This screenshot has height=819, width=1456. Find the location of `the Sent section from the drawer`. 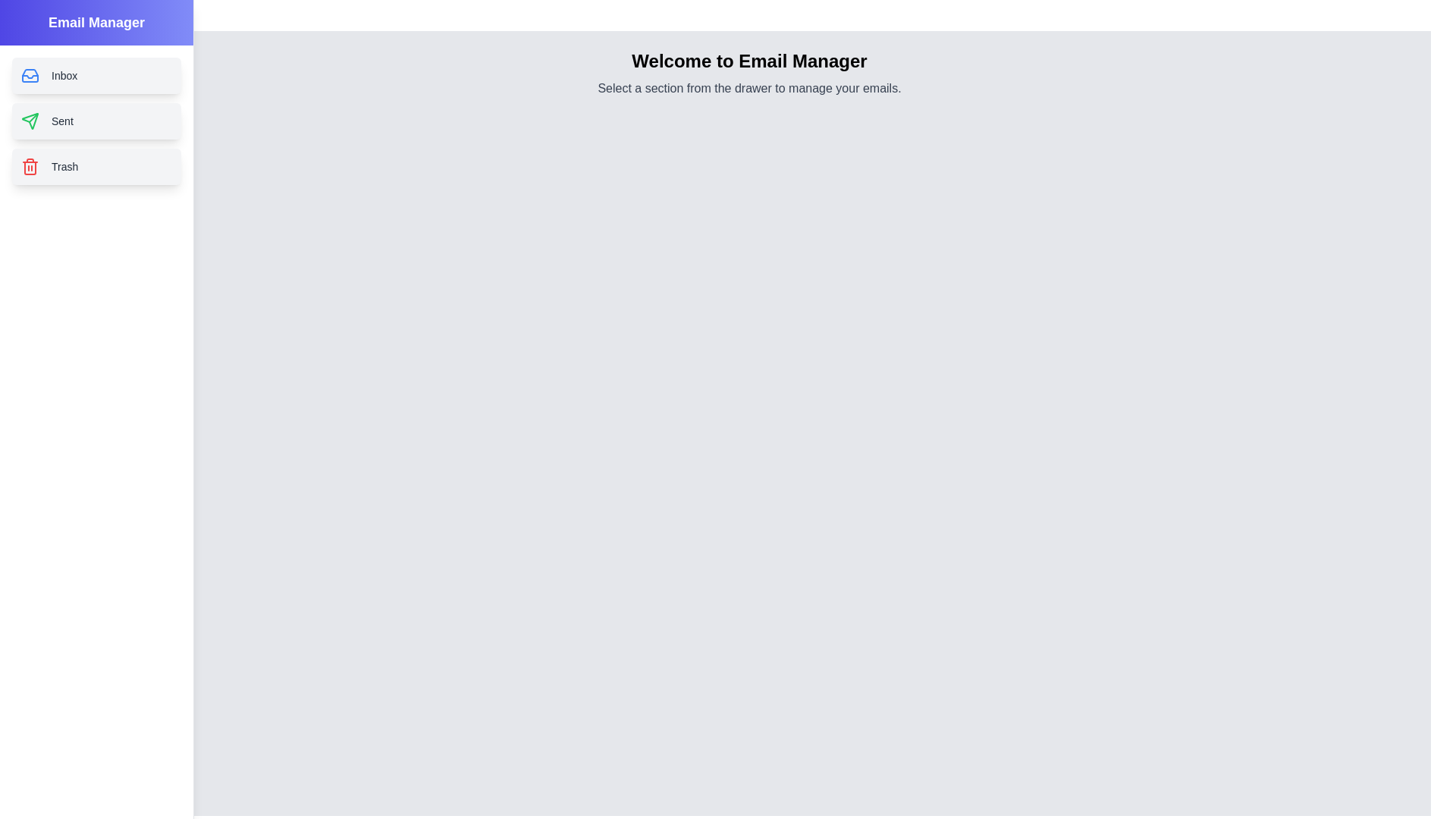

the Sent section from the drawer is located at coordinates (96, 120).